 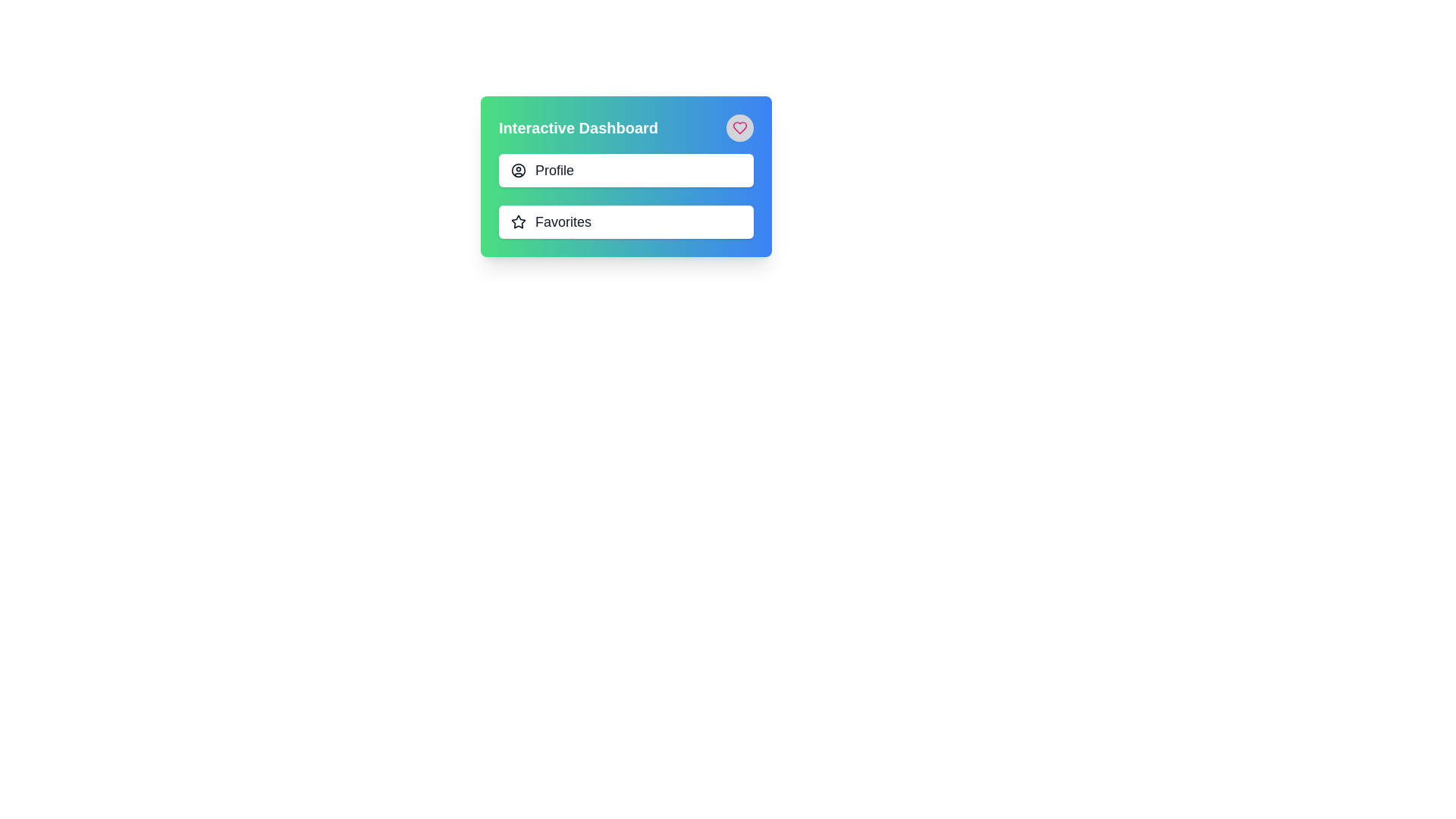 What do you see at coordinates (626, 222) in the screenshot?
I see `the 'Favorites' button, which is the second item in a vertical list below the 'Profile' button` at bounding box center [626, 222].